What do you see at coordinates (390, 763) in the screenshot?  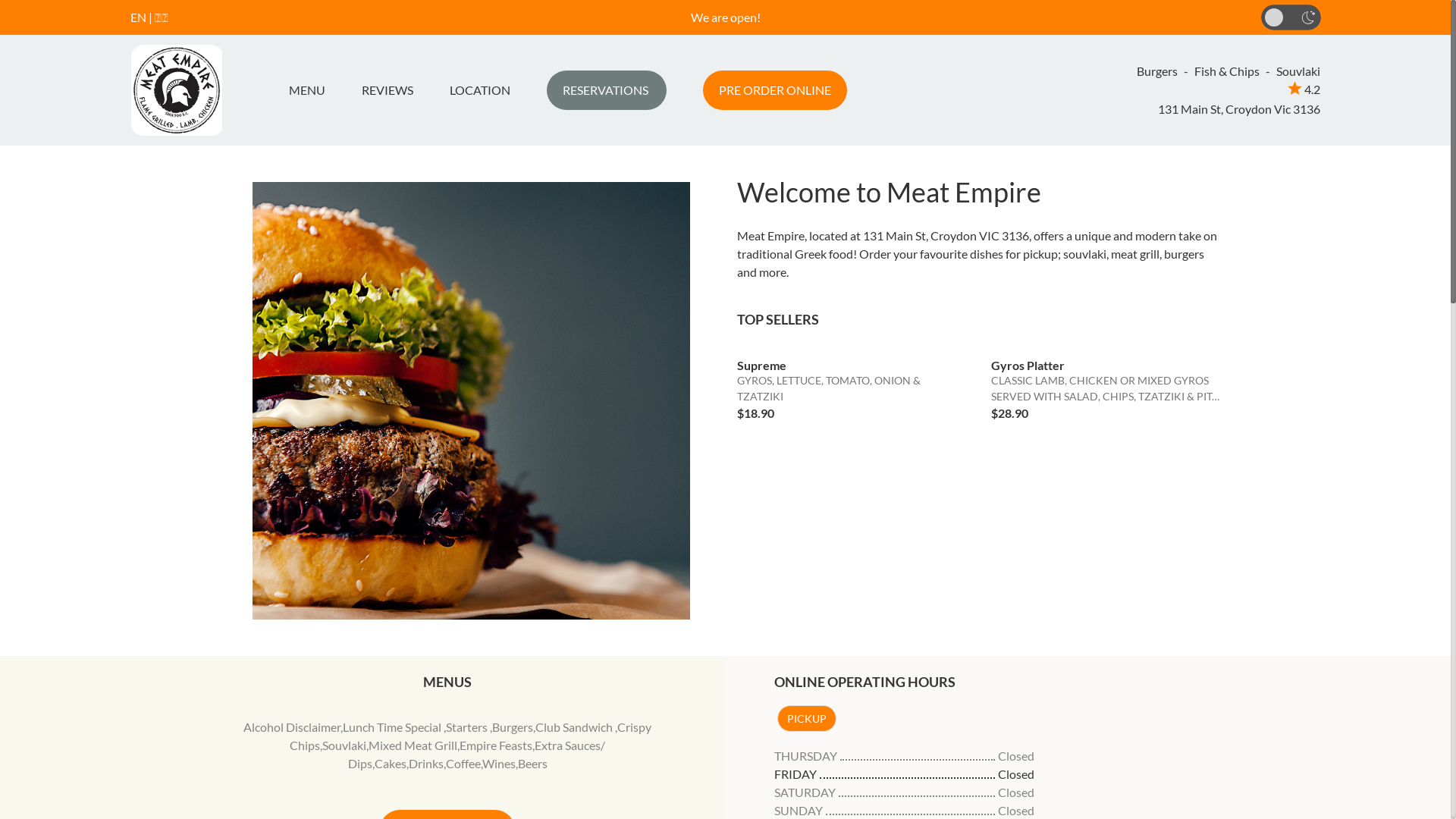 I see `'Cakes'` at bounding box center [390, 763].